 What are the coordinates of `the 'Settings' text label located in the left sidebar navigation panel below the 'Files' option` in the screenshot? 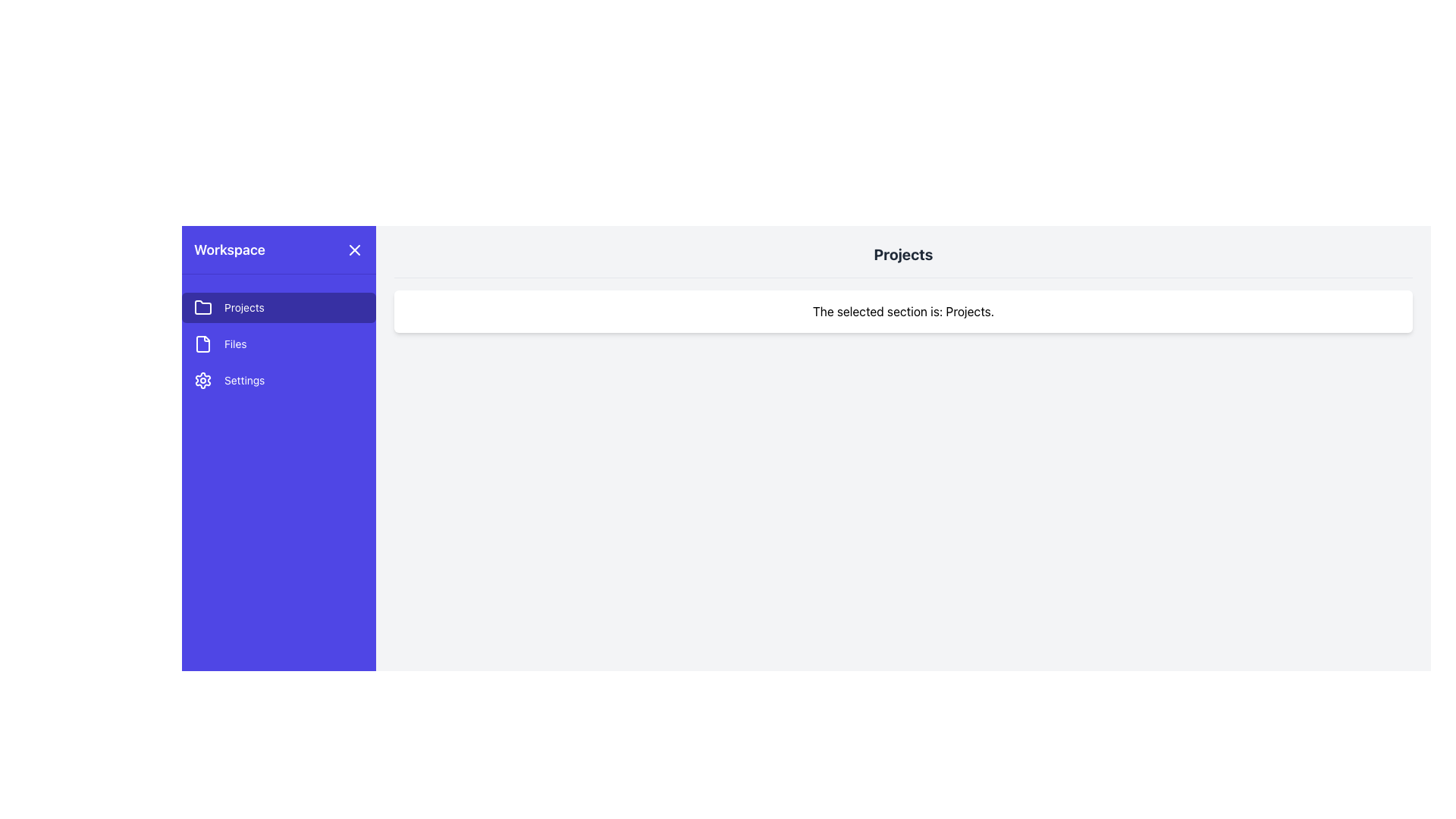 It's located at (244, 379).